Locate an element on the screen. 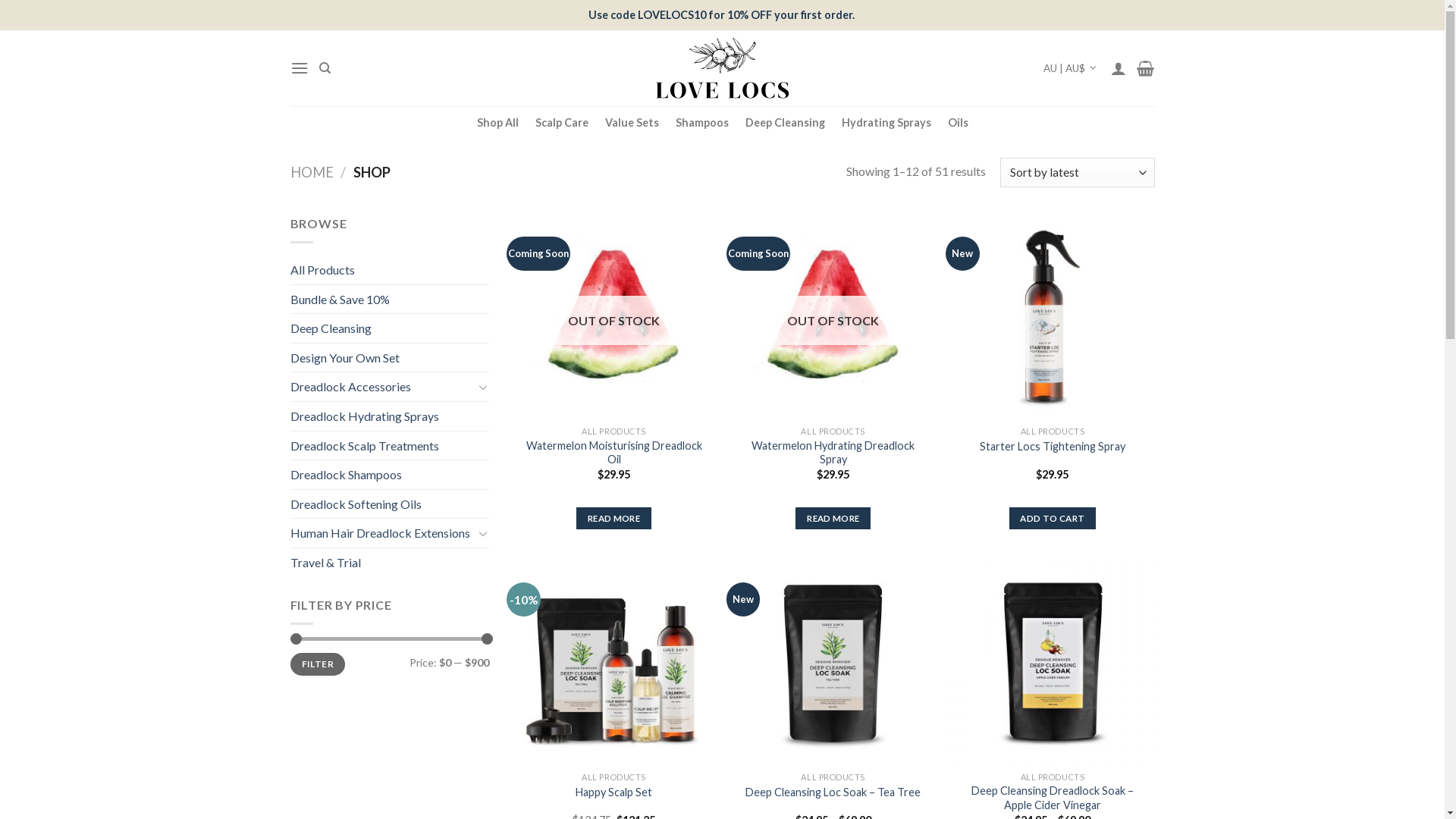  'Travel & Trial' is located at coordinates (389, 562).